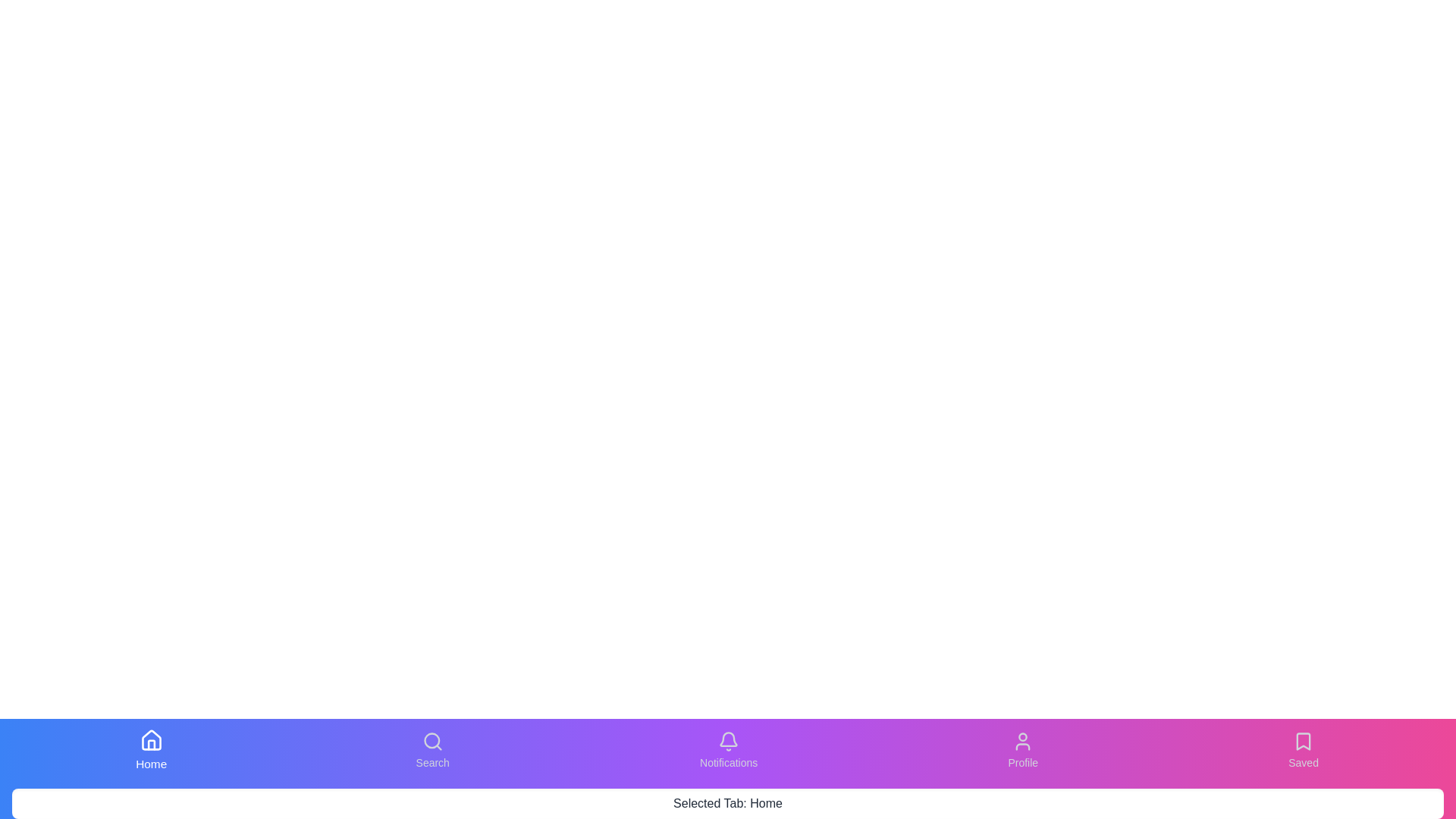  Describe the element at coordinates (728, 751) in the screenshot. I see `the tab labeled Notifications from the bottom navigation bar` at that location.